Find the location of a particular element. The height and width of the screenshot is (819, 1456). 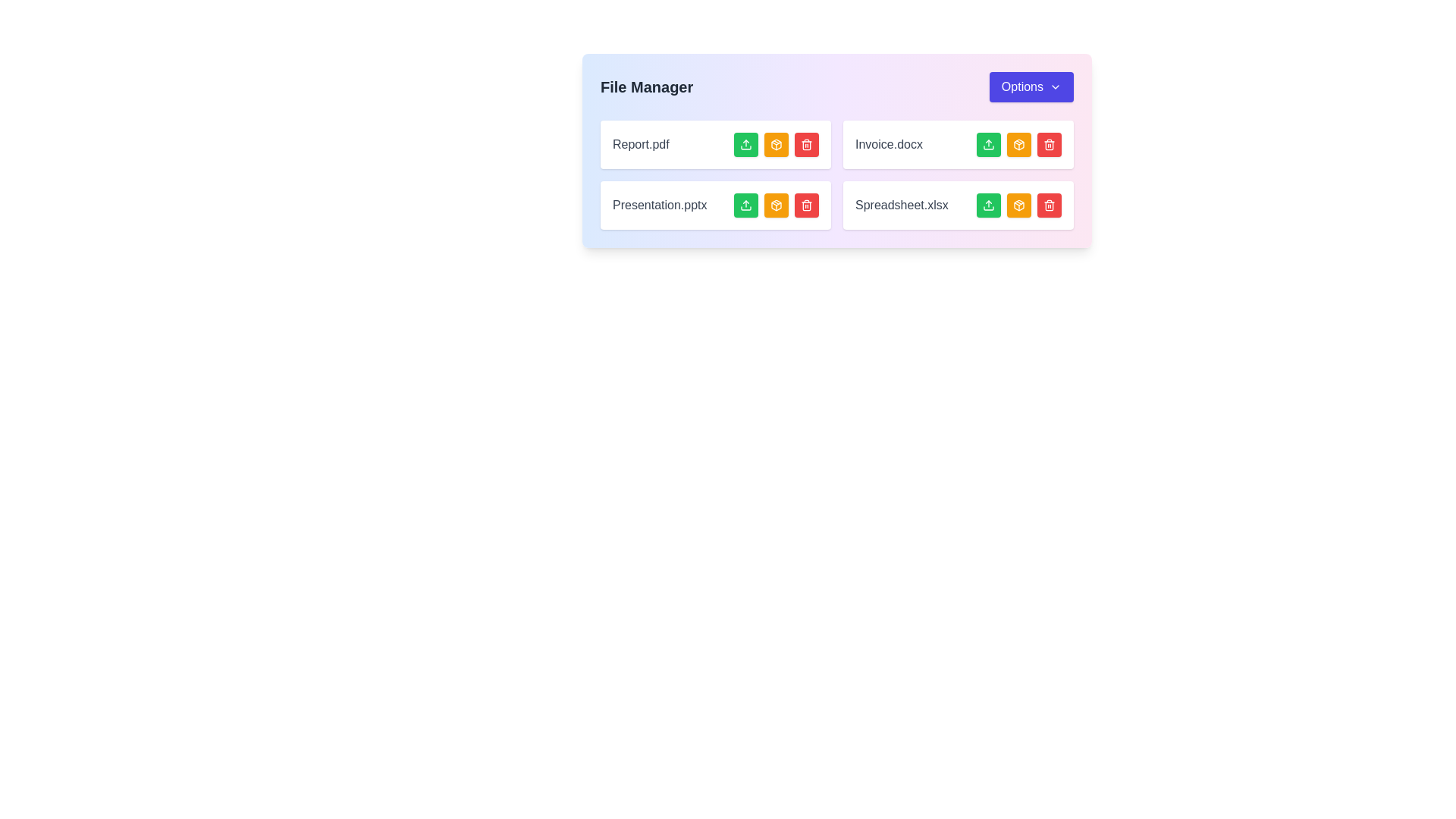

the delete action button located to the right of the label 'Spreadsheet.xlsx' is located at coordinates (1048, 205).